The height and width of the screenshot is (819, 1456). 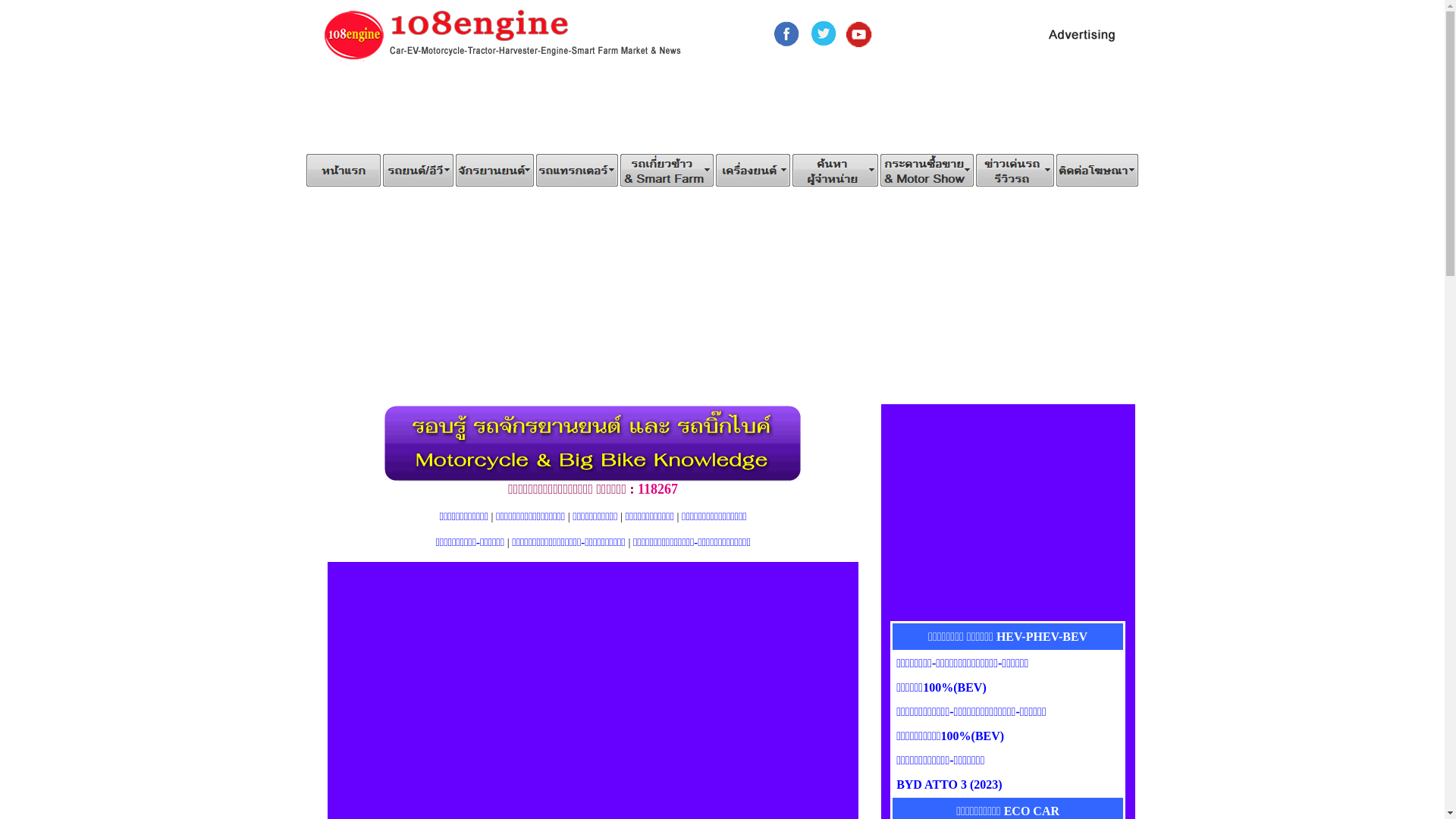 What do you see at coordinates (786, 33) in the screenshot?
I see `'Facebook108engine'` at bounding box center [786, 33].